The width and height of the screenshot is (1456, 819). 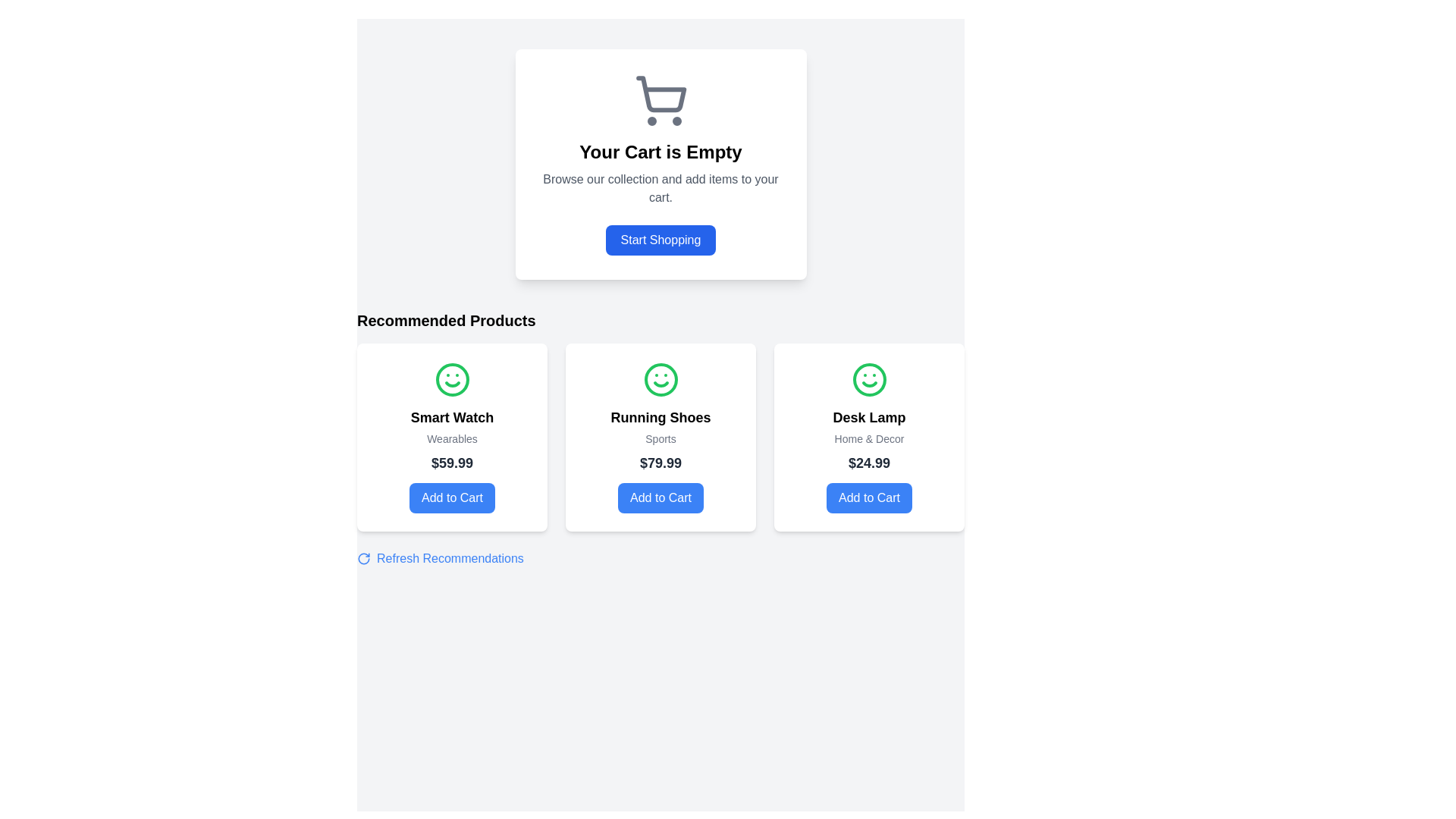 I want to click on the static text label displaying the price of 'Running Shoes', which is located at the center of the product card under 'Recommended Products', so click(x=661, y=462).